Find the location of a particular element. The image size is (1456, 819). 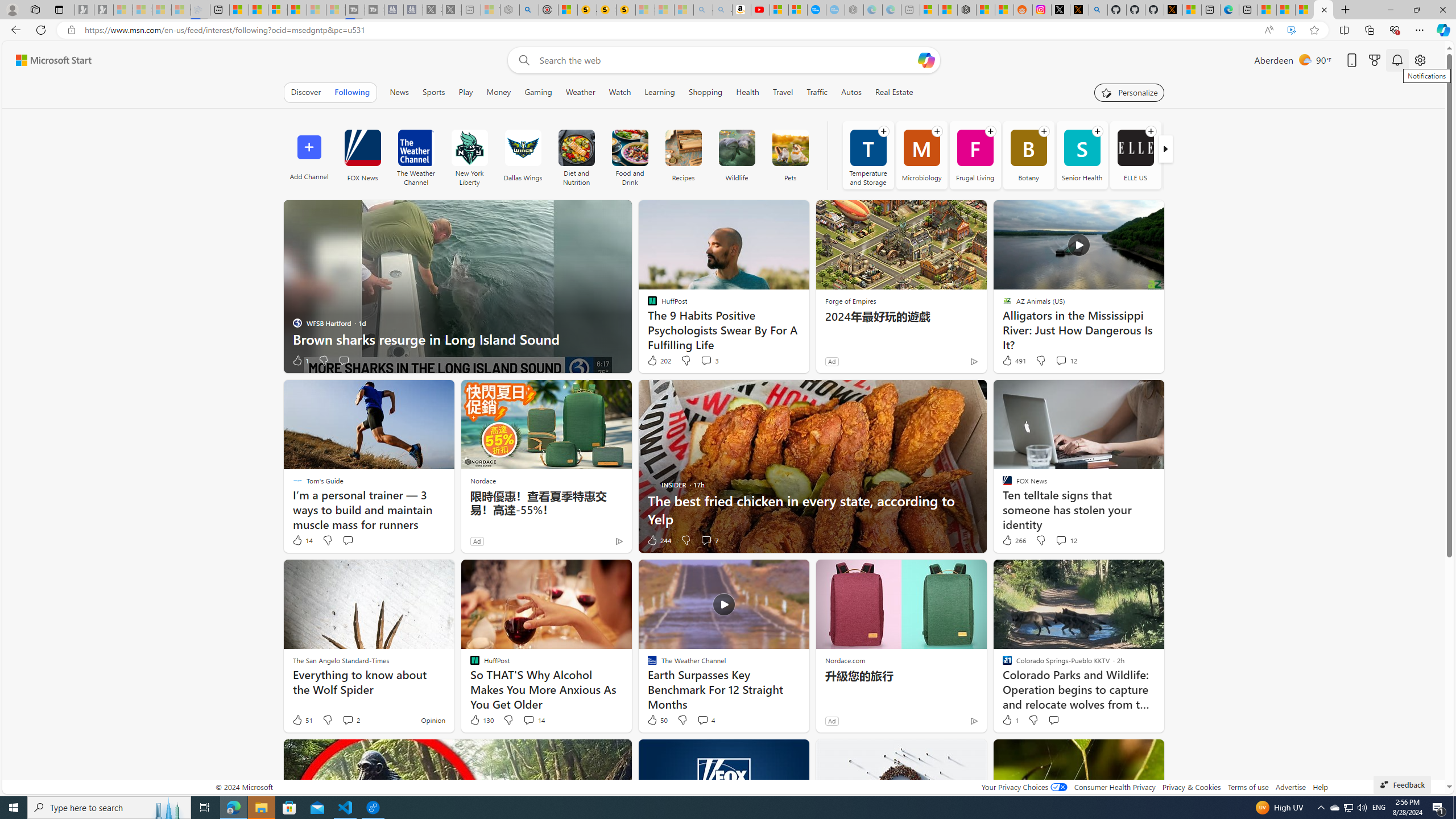

'View comments 7 Comment' is located at coordinates (709, 540).